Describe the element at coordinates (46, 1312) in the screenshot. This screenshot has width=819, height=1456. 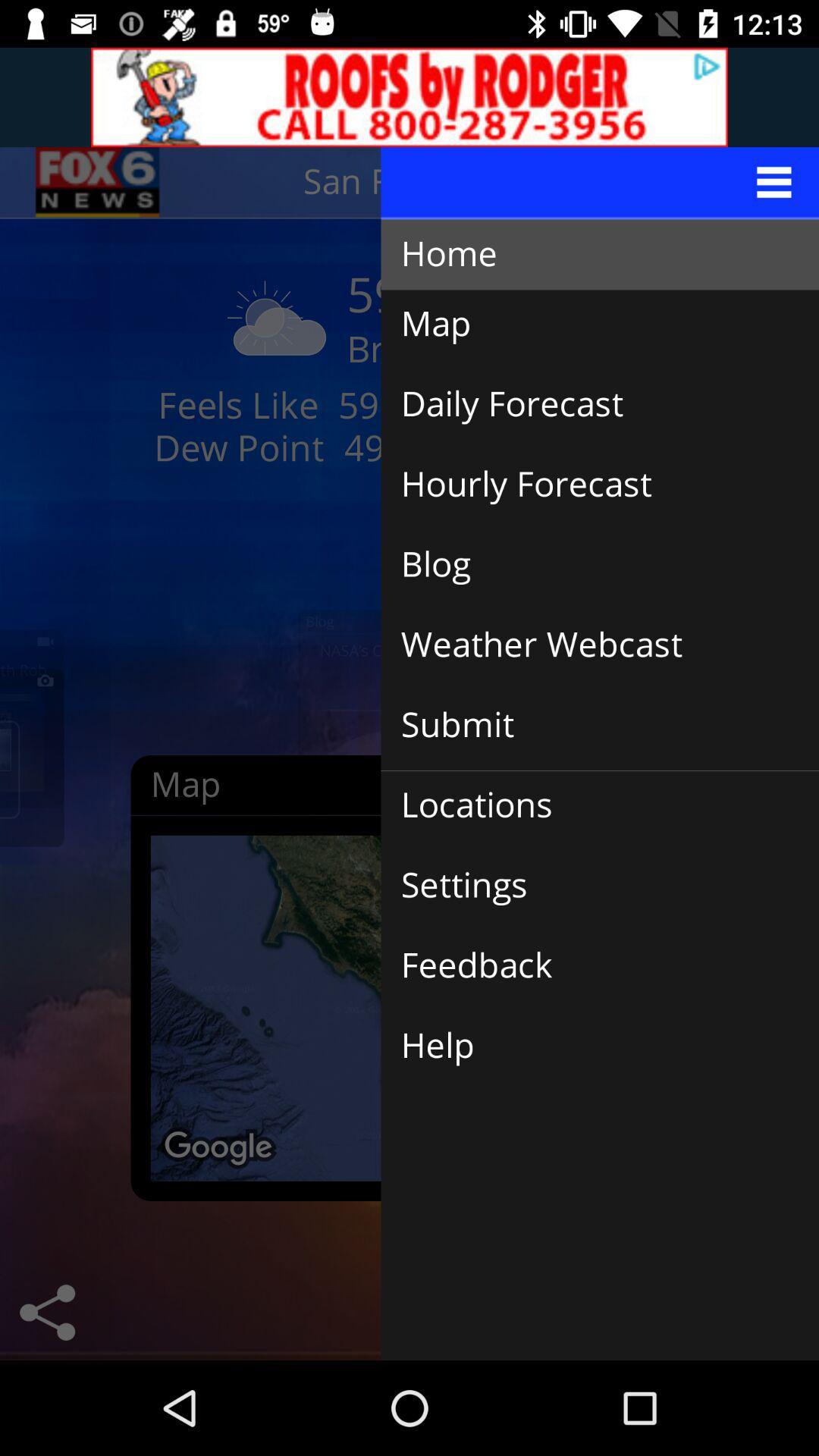
I see `the share icon` at that location.